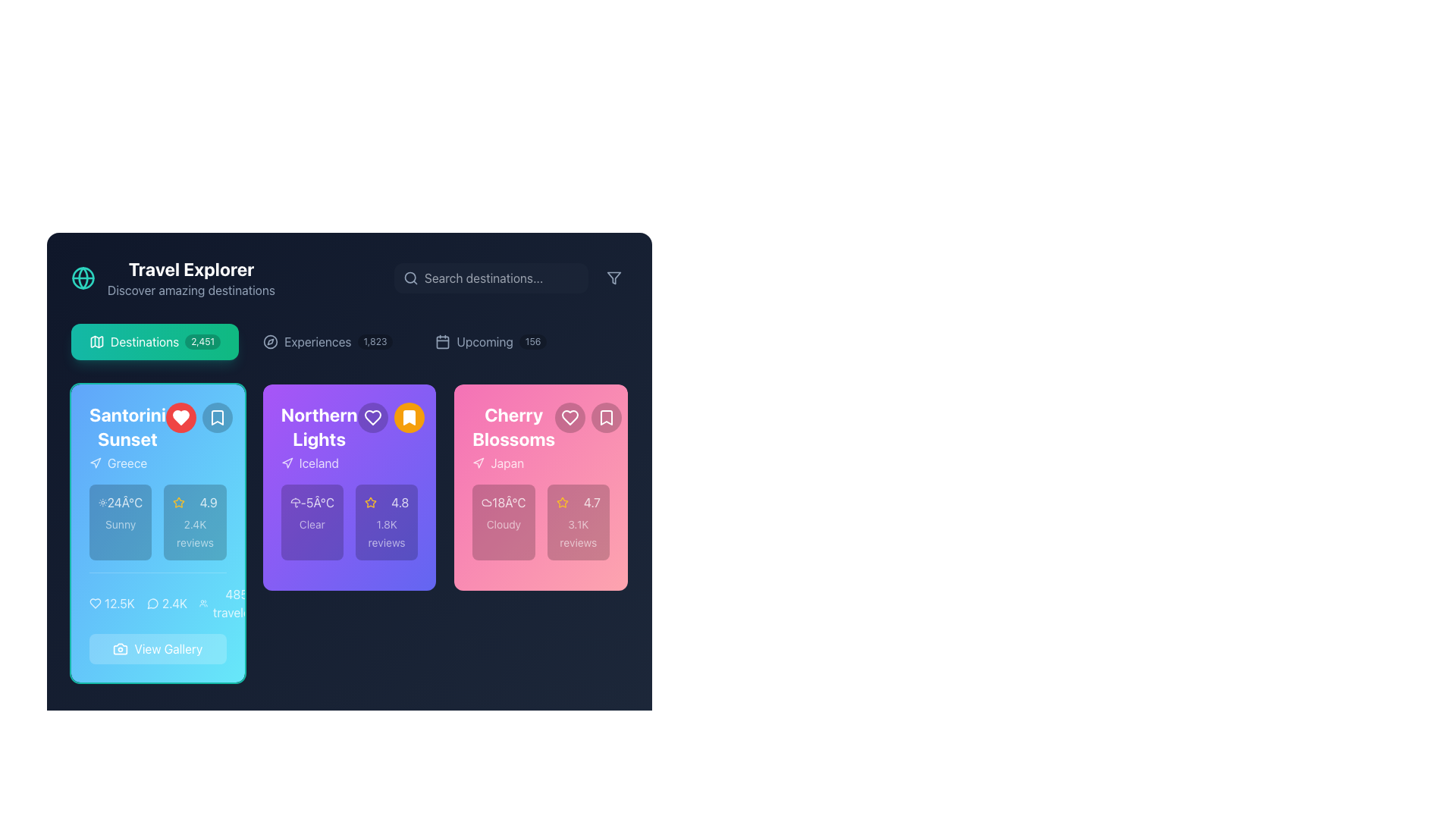 The image size is (1456, 819). What do you see at coordinates (607, 418) in the screenshot?
I see `the bookmark button located in the top-right corner of the 'Cherry Blossoms' card` at bounding box center [607, 418].